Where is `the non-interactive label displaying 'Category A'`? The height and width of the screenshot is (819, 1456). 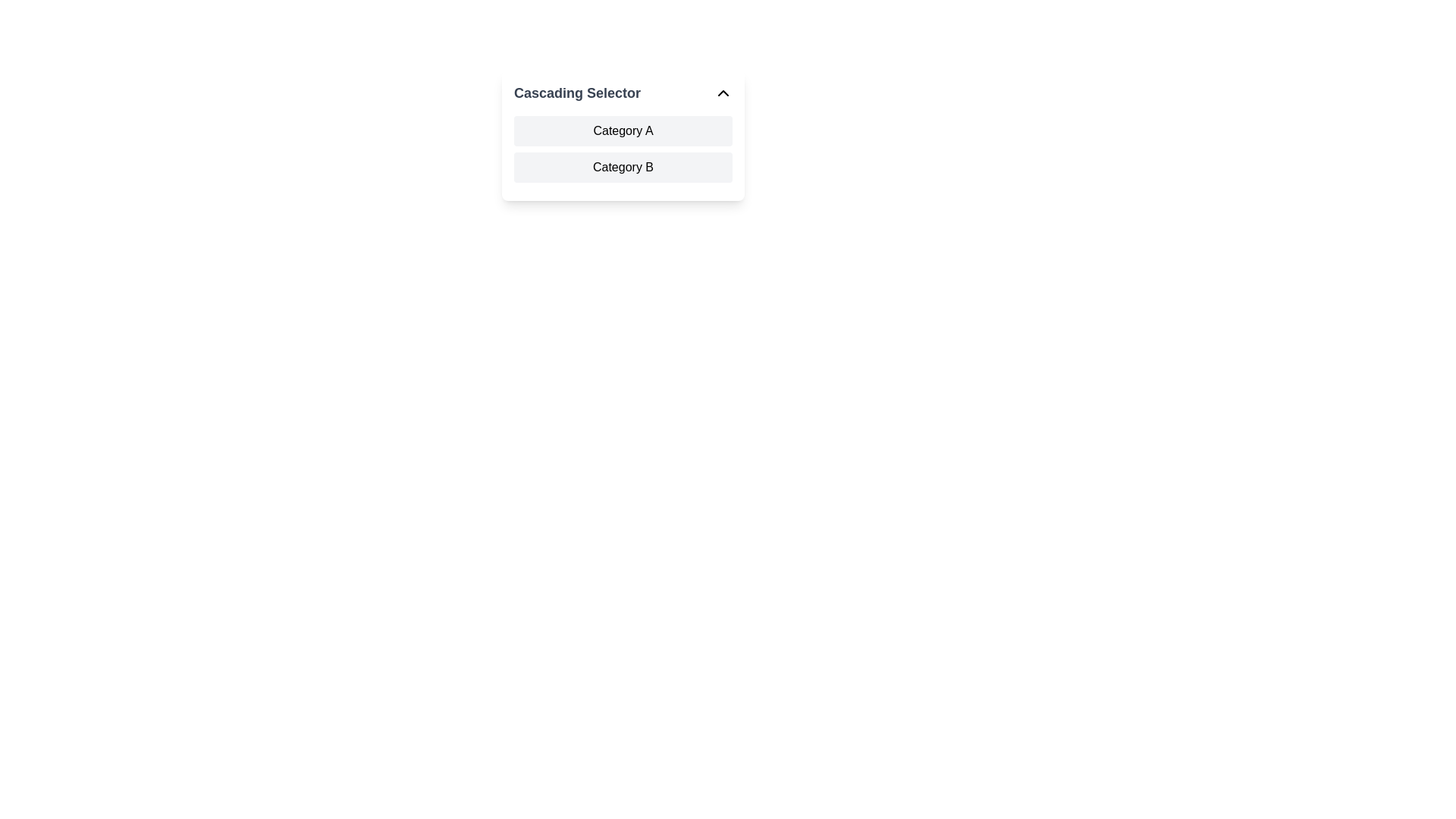
the non-interactive label displaying 'Category A' is located at coordinates (623, 130).